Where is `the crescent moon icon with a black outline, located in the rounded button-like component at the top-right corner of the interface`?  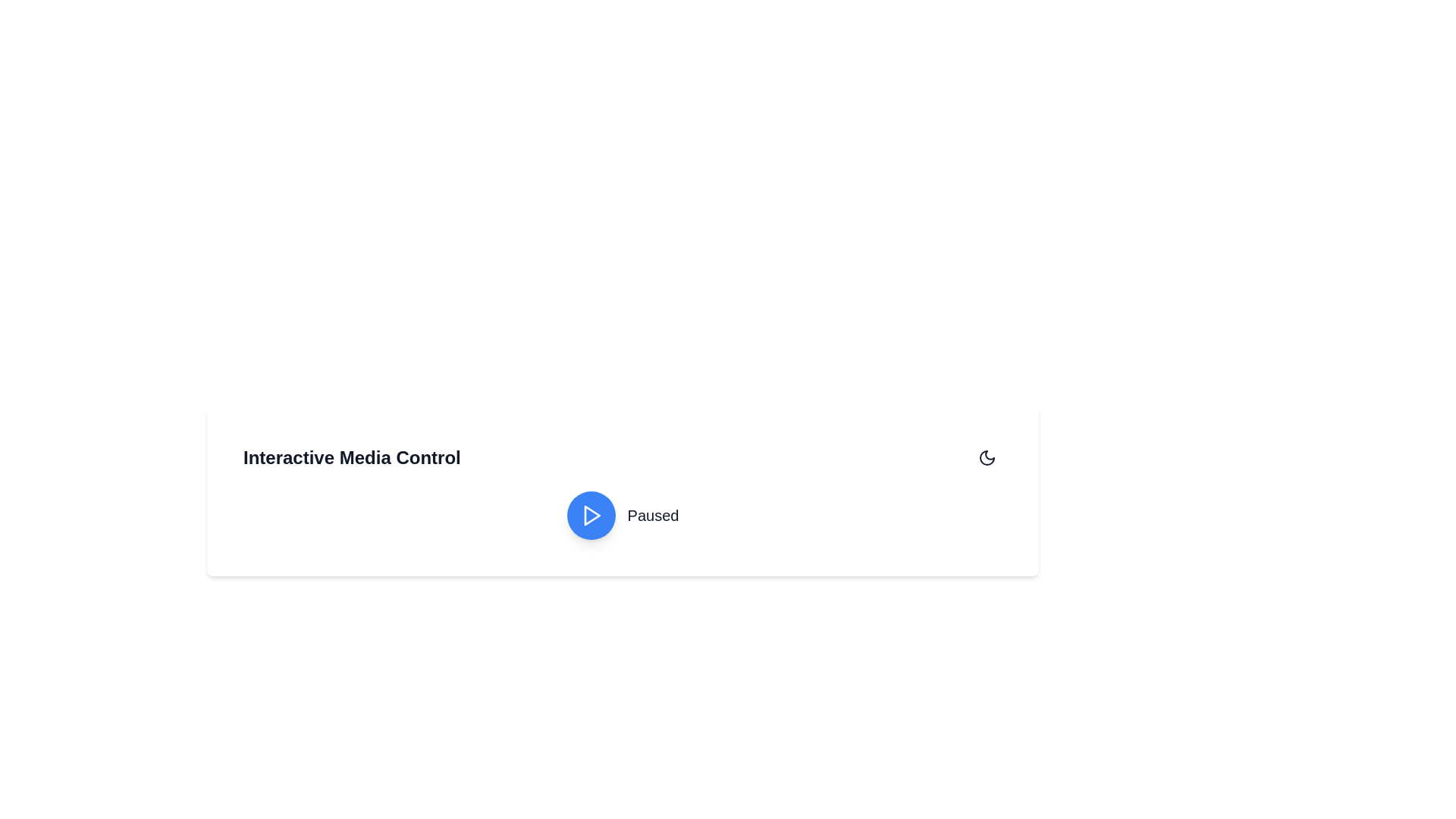
the crescent moon icon with a black outline, located in the rounded button-like component at the top-right corner of the interface is located at coordinates (987, 457).